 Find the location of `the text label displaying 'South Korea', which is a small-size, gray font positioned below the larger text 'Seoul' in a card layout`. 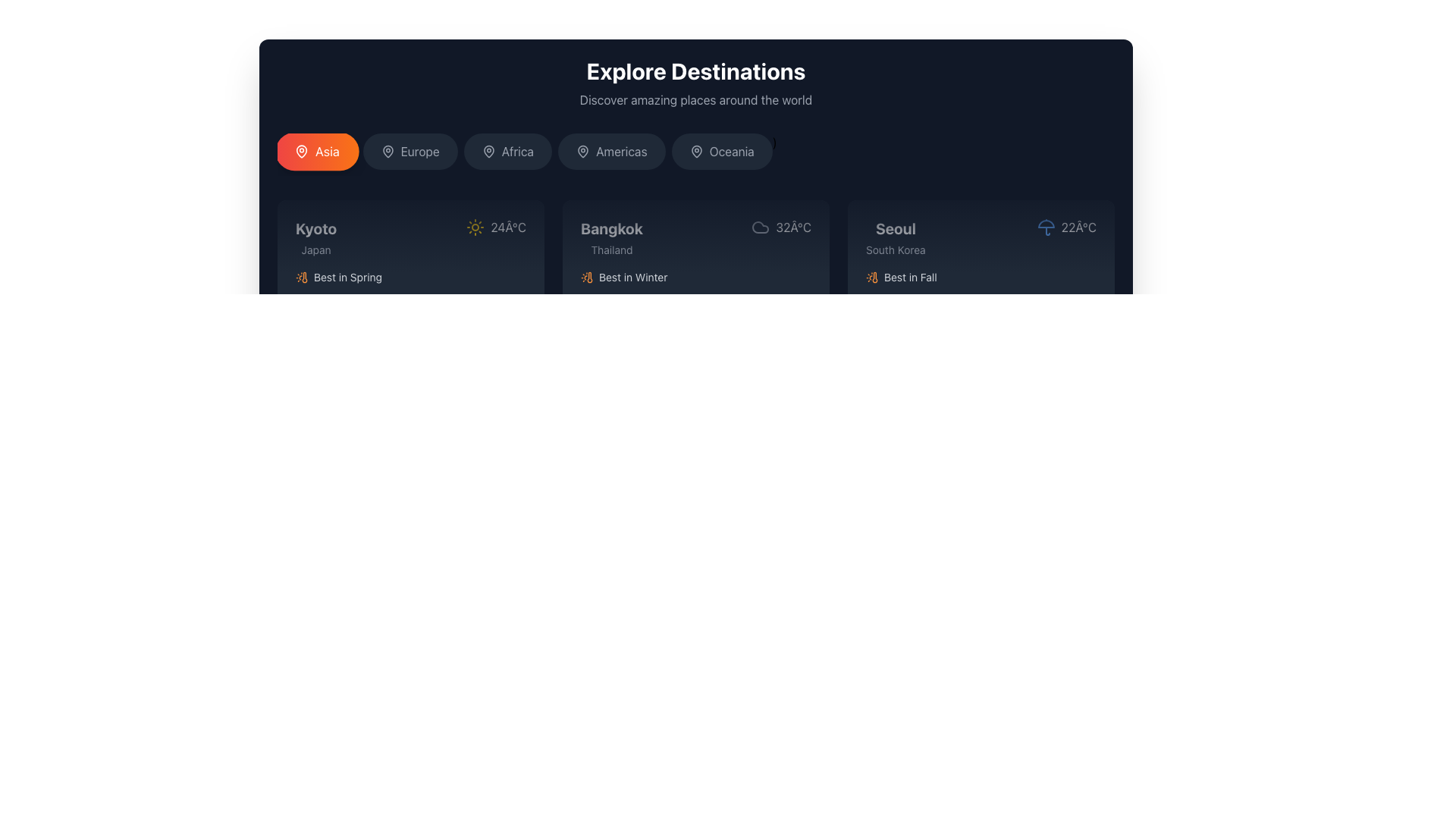

the text label displaying 'South Korea', which is a small-size, gray font positioned below the larger text 'Seoul' in a card layout is located at coordinates (896, 249).